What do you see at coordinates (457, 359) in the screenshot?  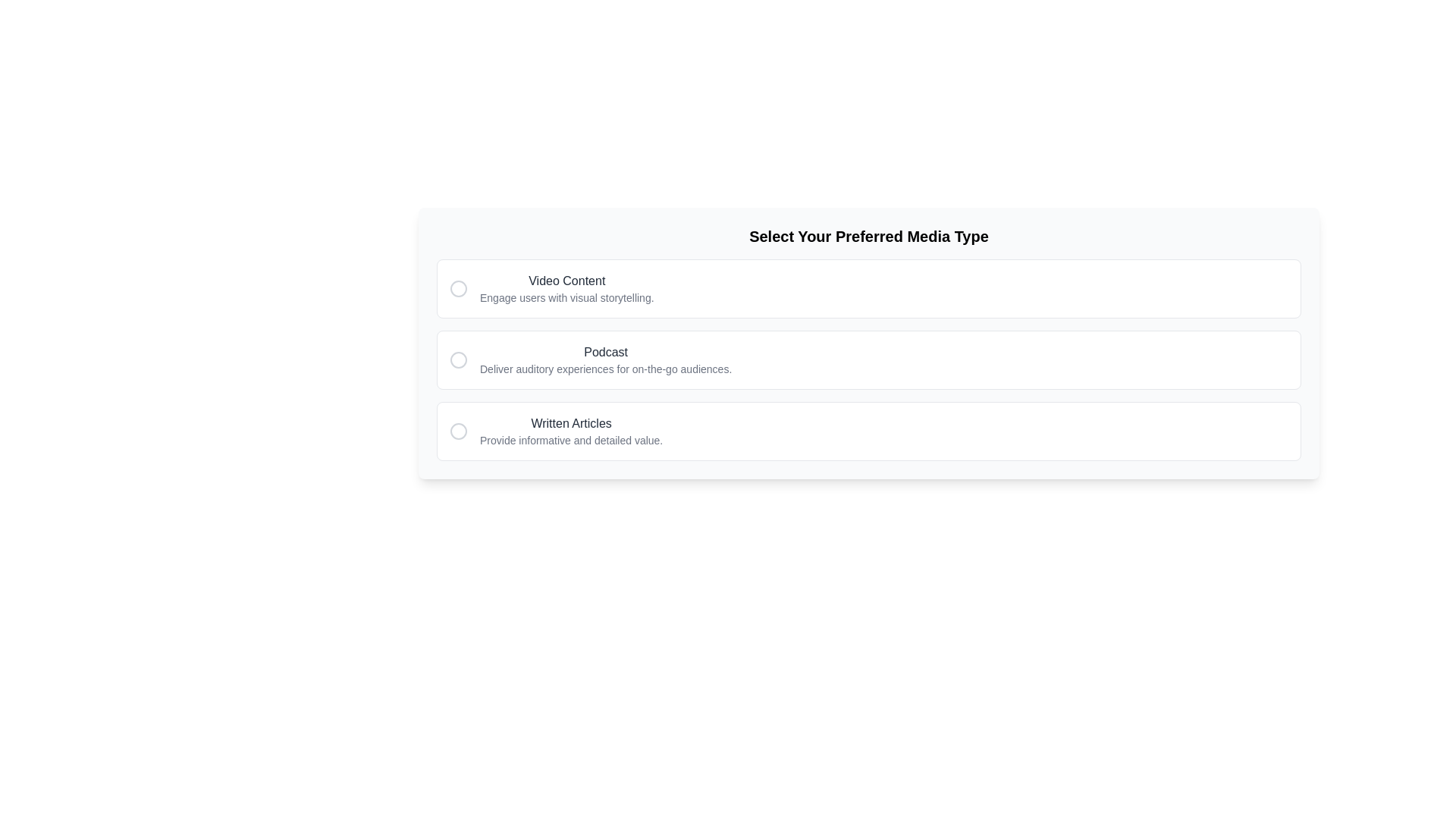 I see `the circular radio button for the 'Podcast' option, which is the second item in the media preferences list` at bounding box center [457, 359].